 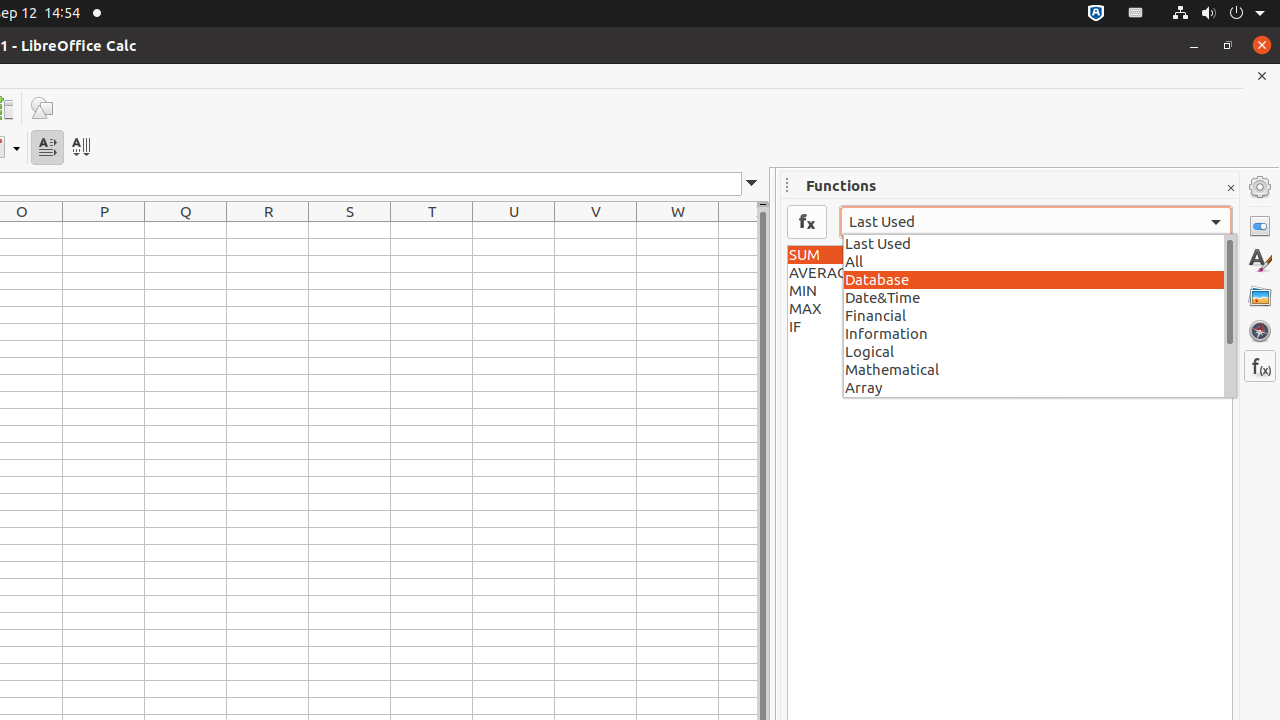 What do you see at coordinates (1040, 387) in the screenshot?
I see `'Array'` at bounding box center [1040, 387].